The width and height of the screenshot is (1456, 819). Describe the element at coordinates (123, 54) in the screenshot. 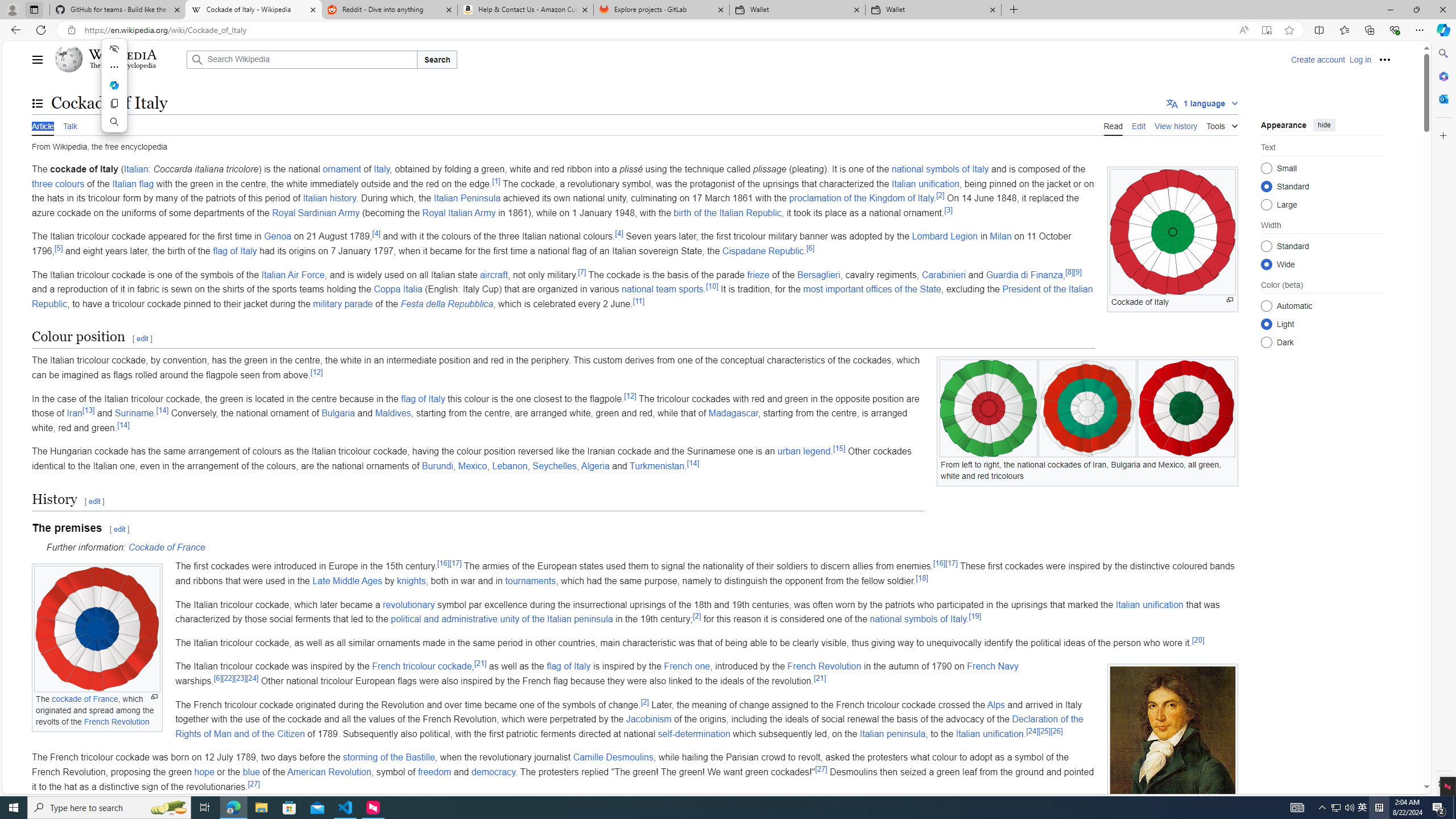

I see `'Wikipedia'` at that location.